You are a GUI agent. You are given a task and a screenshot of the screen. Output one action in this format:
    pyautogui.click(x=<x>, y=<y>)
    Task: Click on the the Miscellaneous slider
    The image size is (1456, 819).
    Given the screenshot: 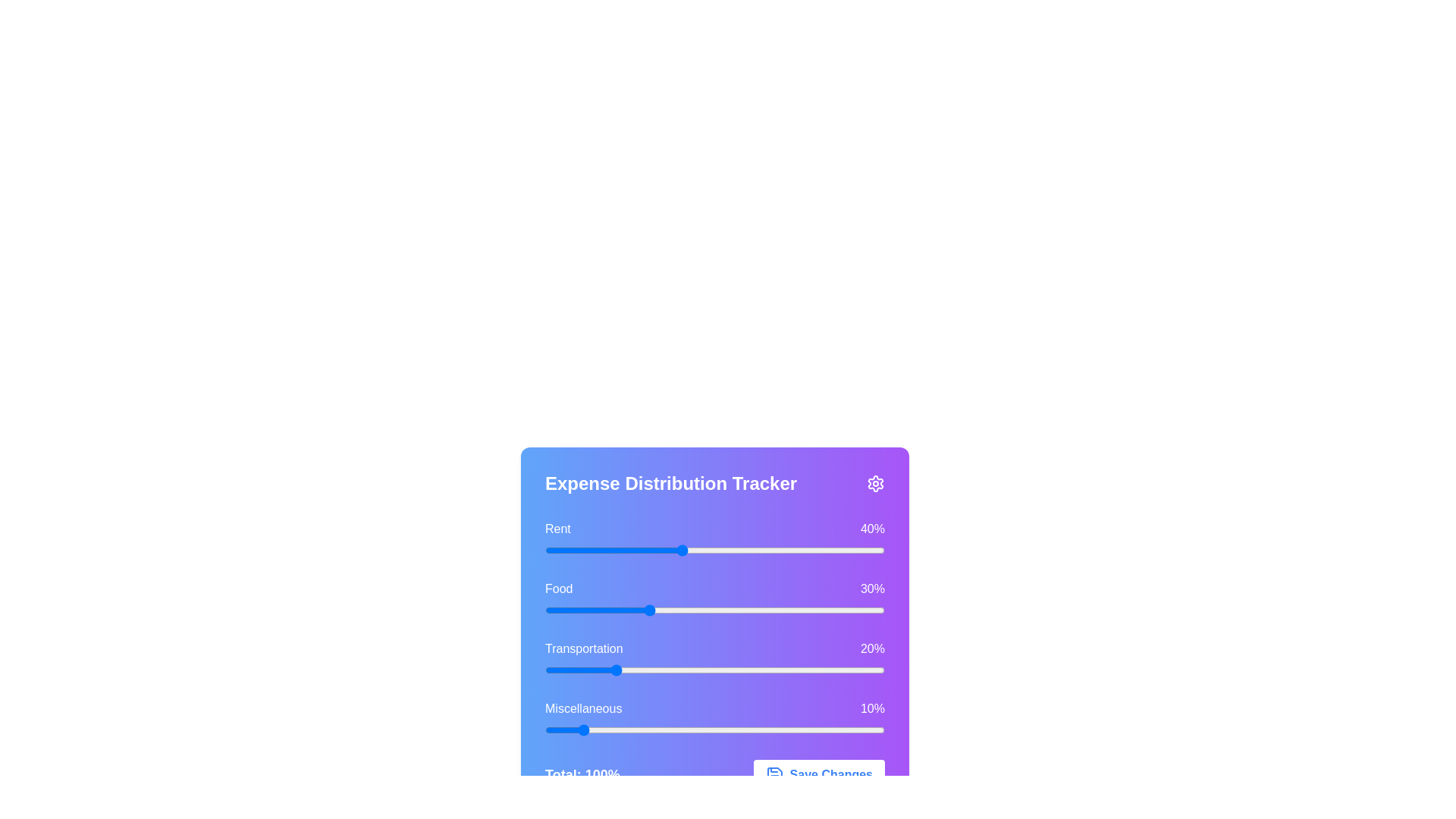 What is the action you would take?
    pyautogui.click(x=548, y=730)
    